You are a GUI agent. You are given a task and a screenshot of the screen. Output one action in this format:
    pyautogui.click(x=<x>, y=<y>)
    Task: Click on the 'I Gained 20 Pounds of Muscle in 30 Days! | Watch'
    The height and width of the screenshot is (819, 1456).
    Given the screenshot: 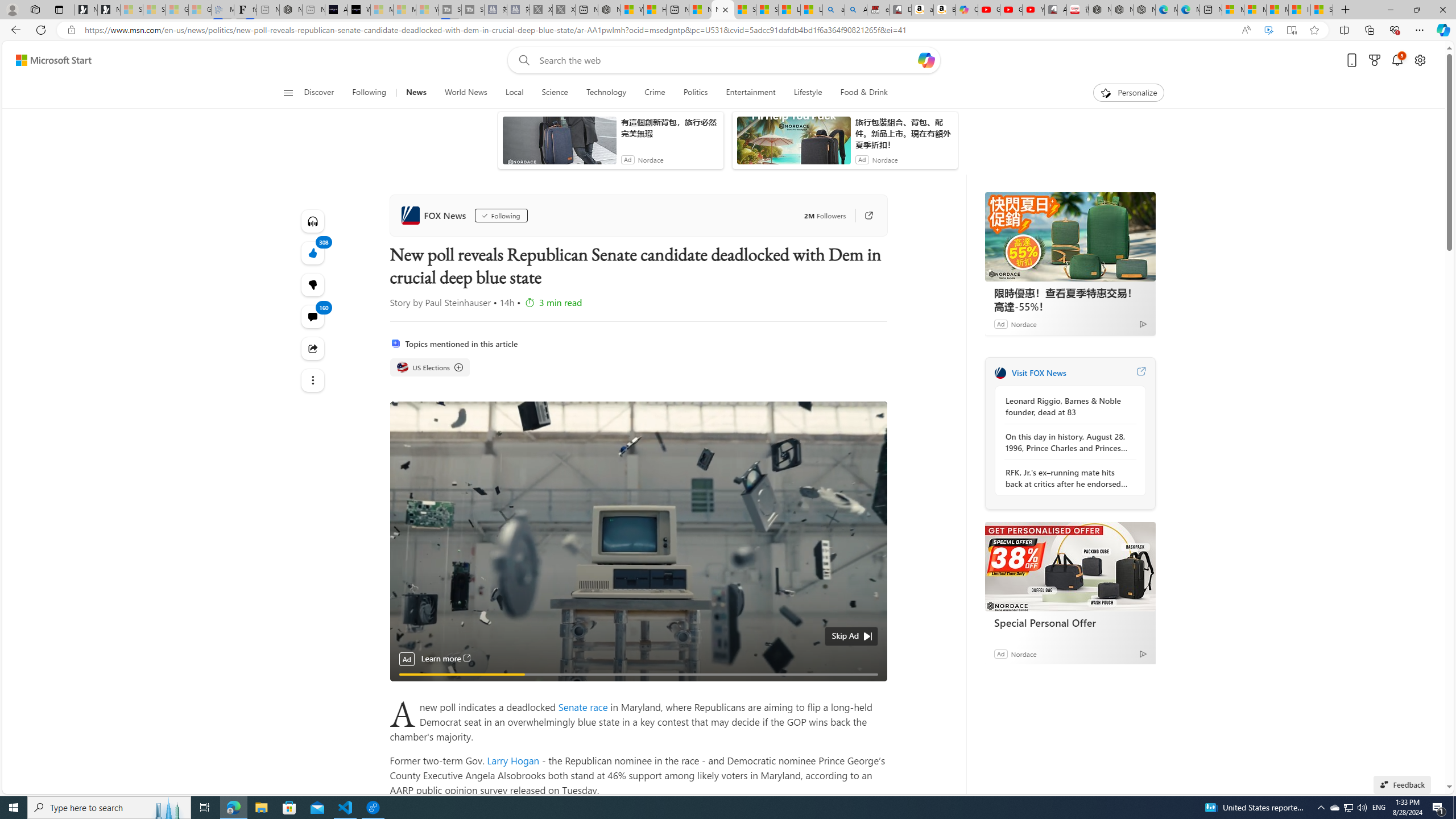 What is the action you would take?
    pyautogui.click(x=1300, y=9)
    